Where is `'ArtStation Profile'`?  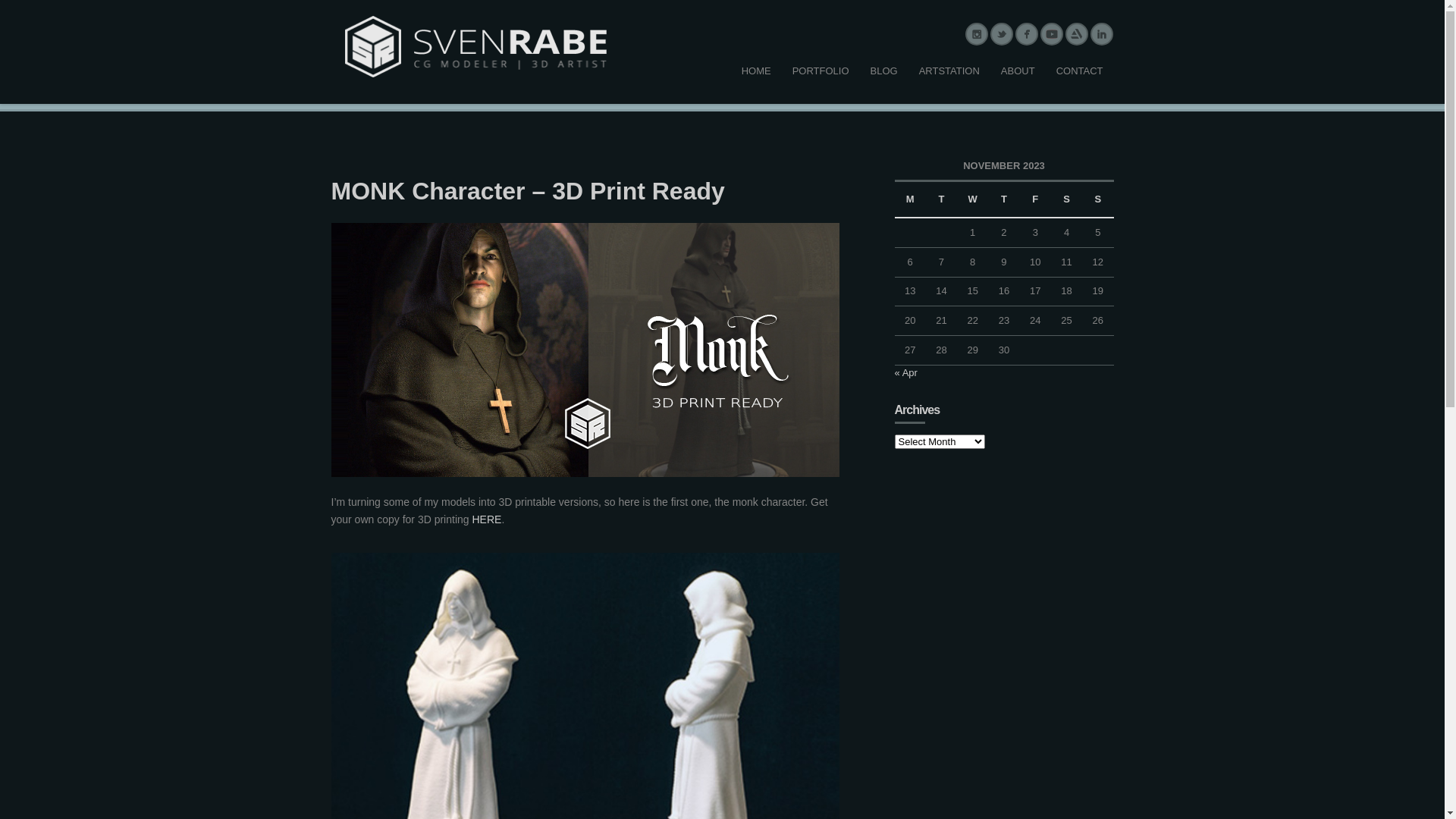
'ArtStation Profile' is located at coordinates (1076, 34).